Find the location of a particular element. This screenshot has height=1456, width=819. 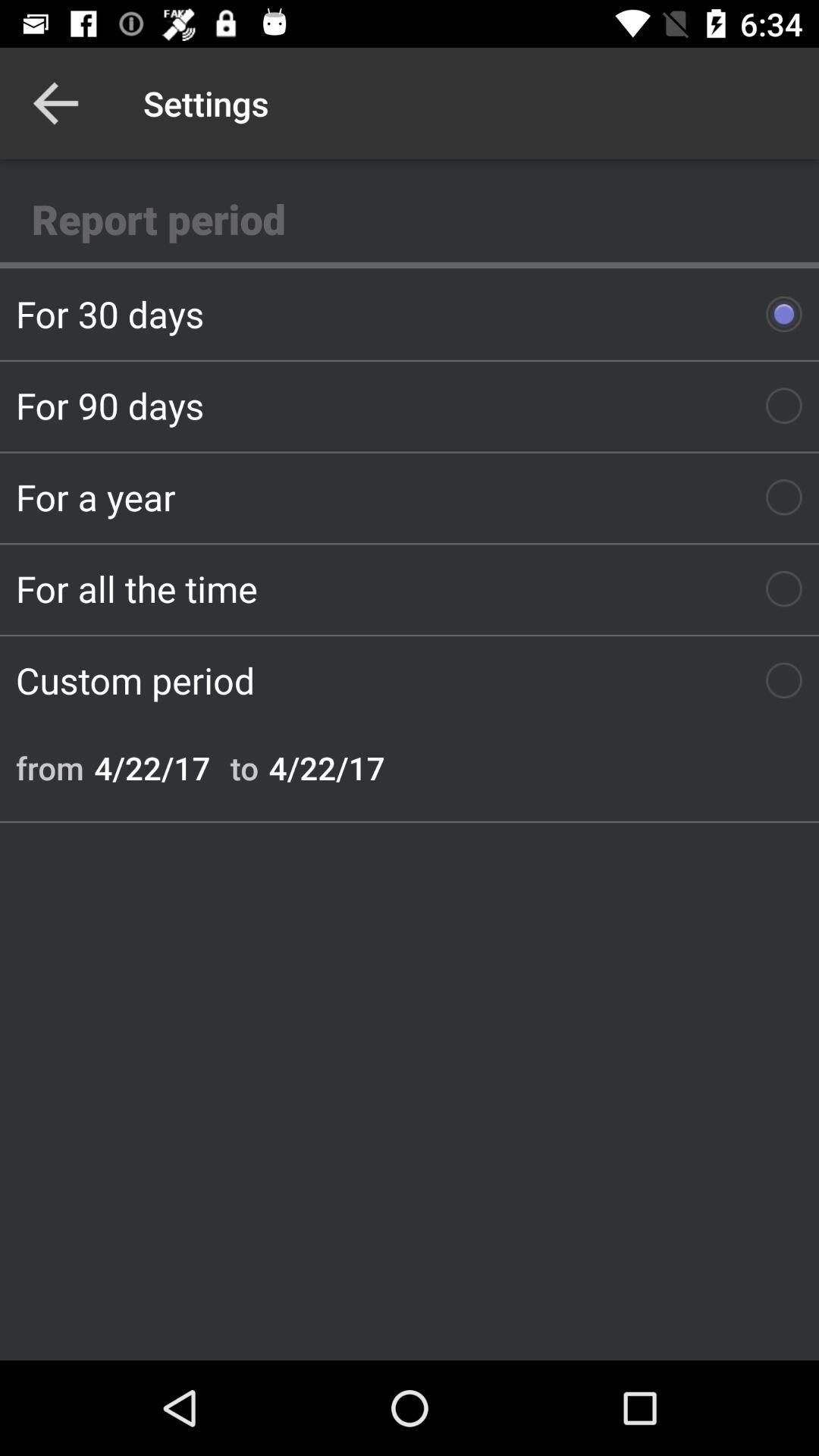

item above custom period item is located at coordinates (409, 588).